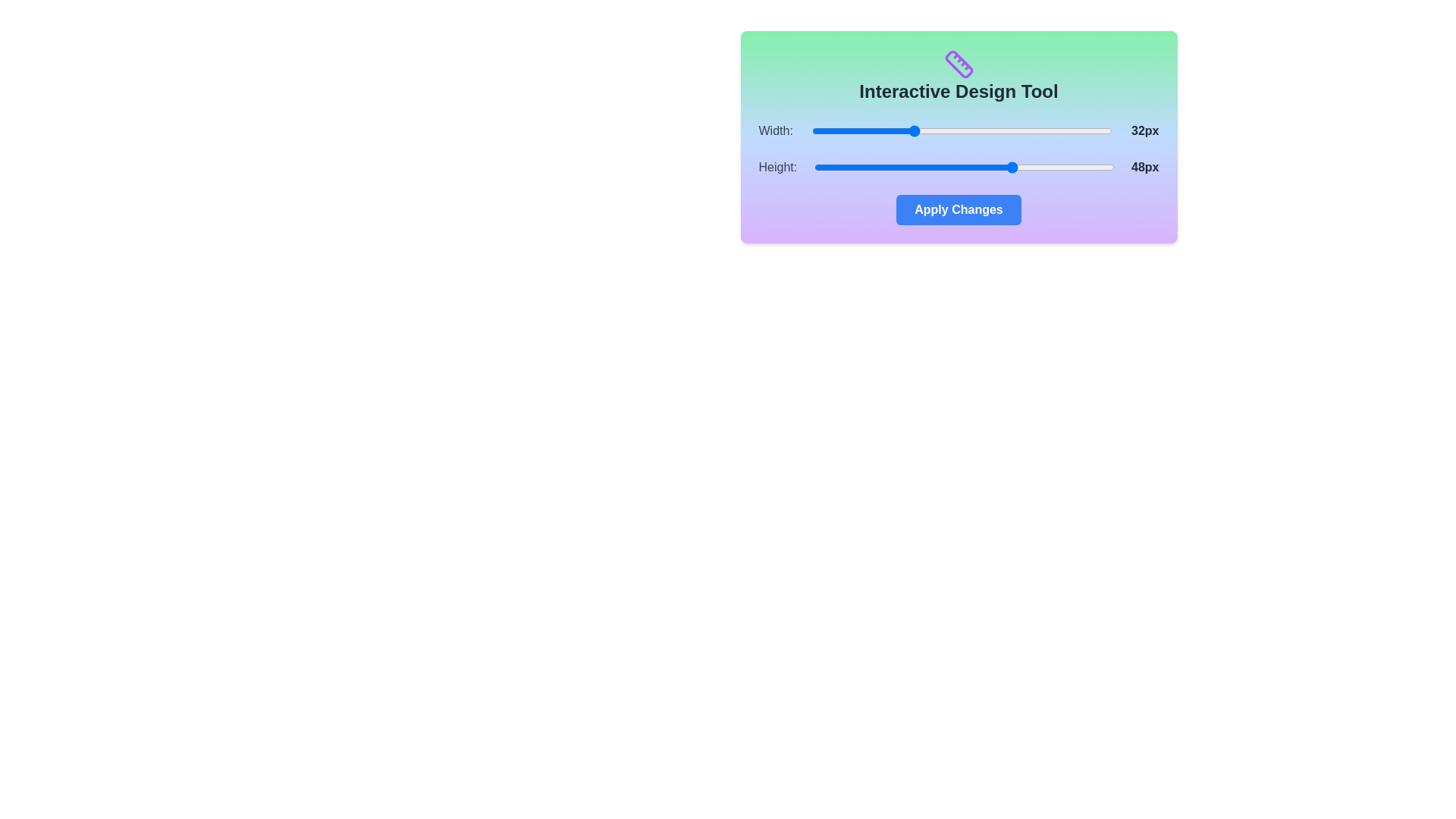 The height and width of the screenshot is (819, 1456). Describe the element at coordinates (836, 130) in the screenshot. I see `the 'Width' slider to set its value to 20 within the range of 16 to 64` at that location.